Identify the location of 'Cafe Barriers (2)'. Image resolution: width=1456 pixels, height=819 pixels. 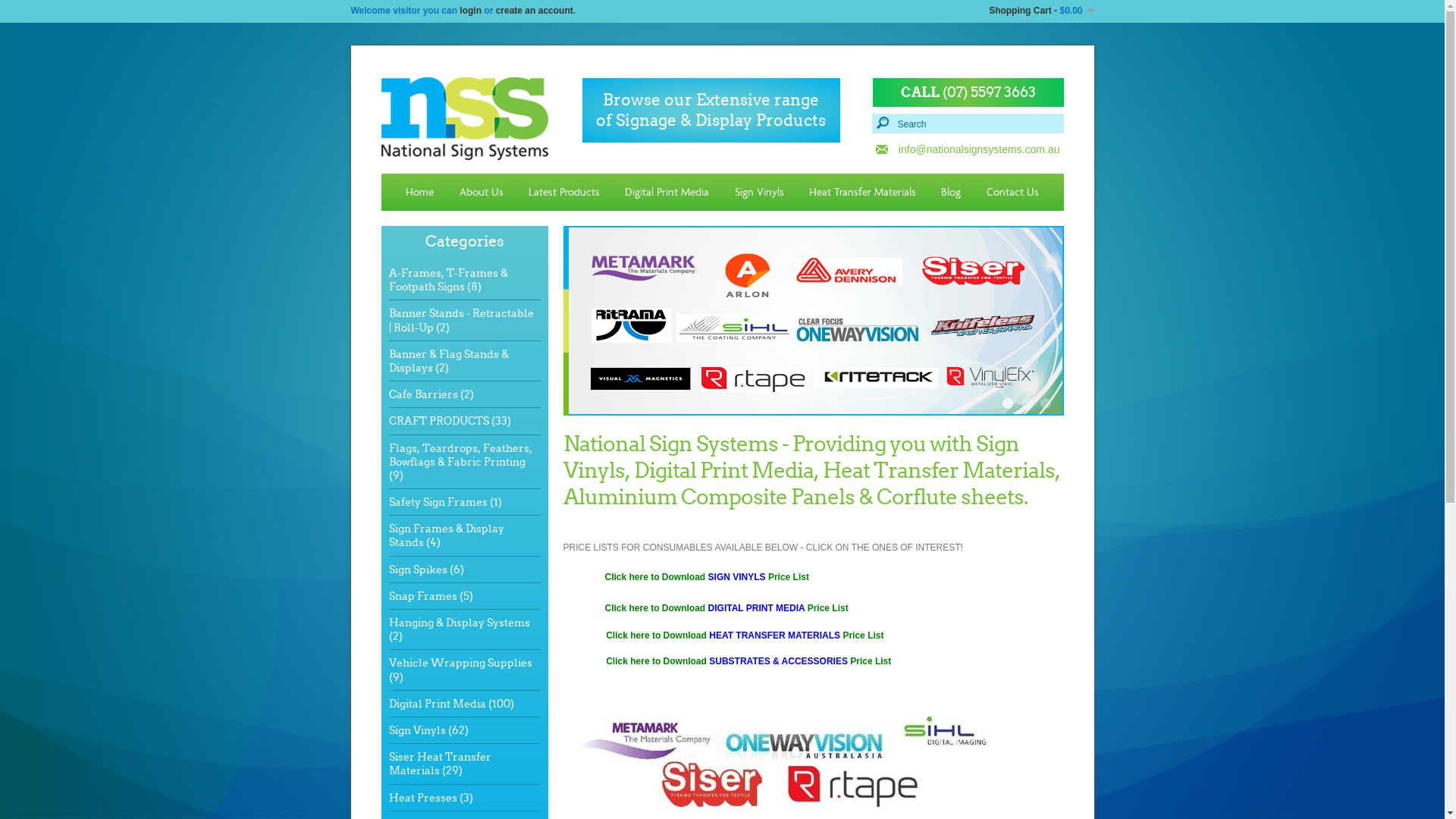
(388, 394).